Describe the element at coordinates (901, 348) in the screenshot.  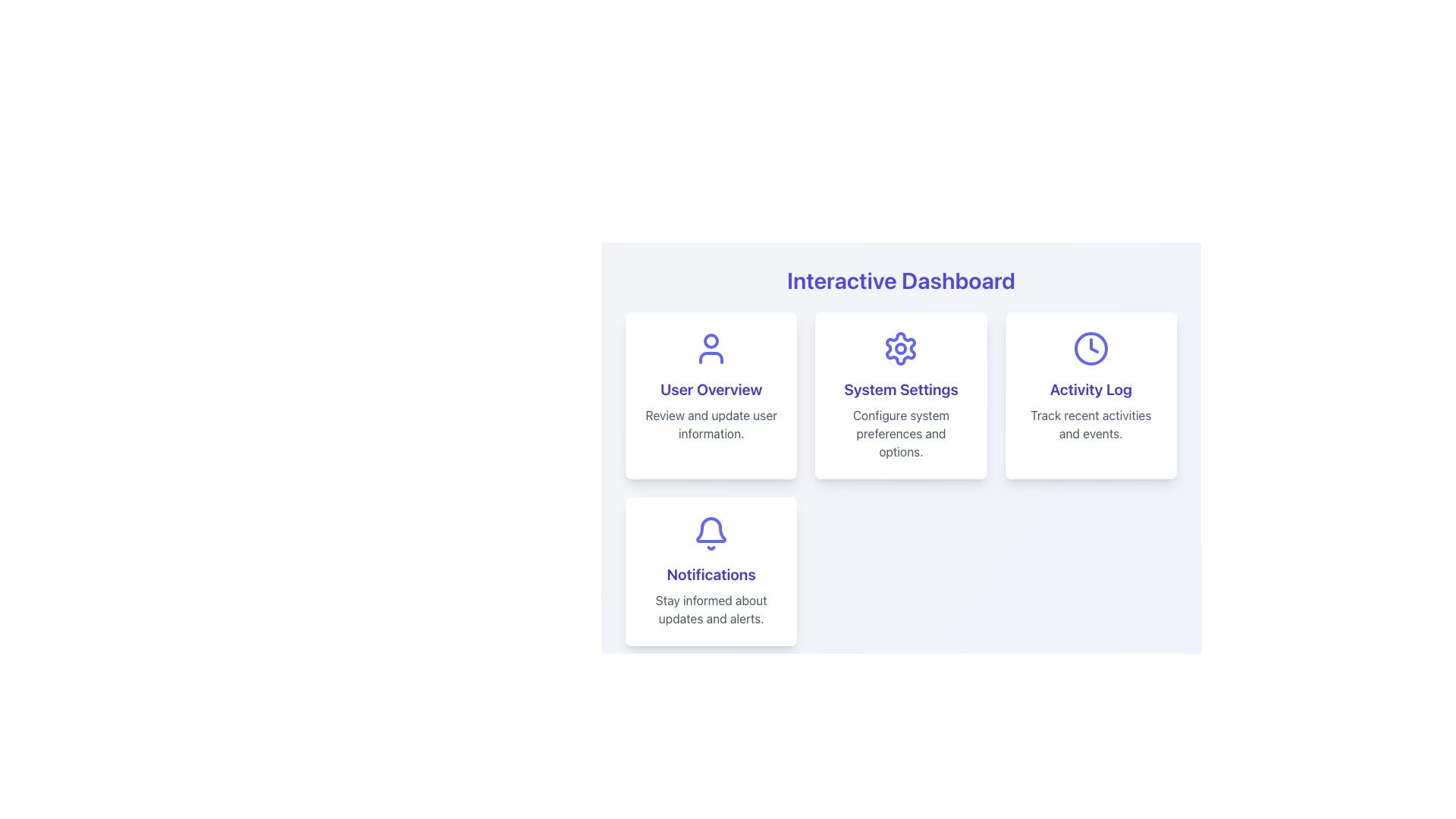
I see `the 'System Settings' icon located in the center of the 'System Settings' card, positioned in the top-right quadrant of the dashboard layout` at that location.